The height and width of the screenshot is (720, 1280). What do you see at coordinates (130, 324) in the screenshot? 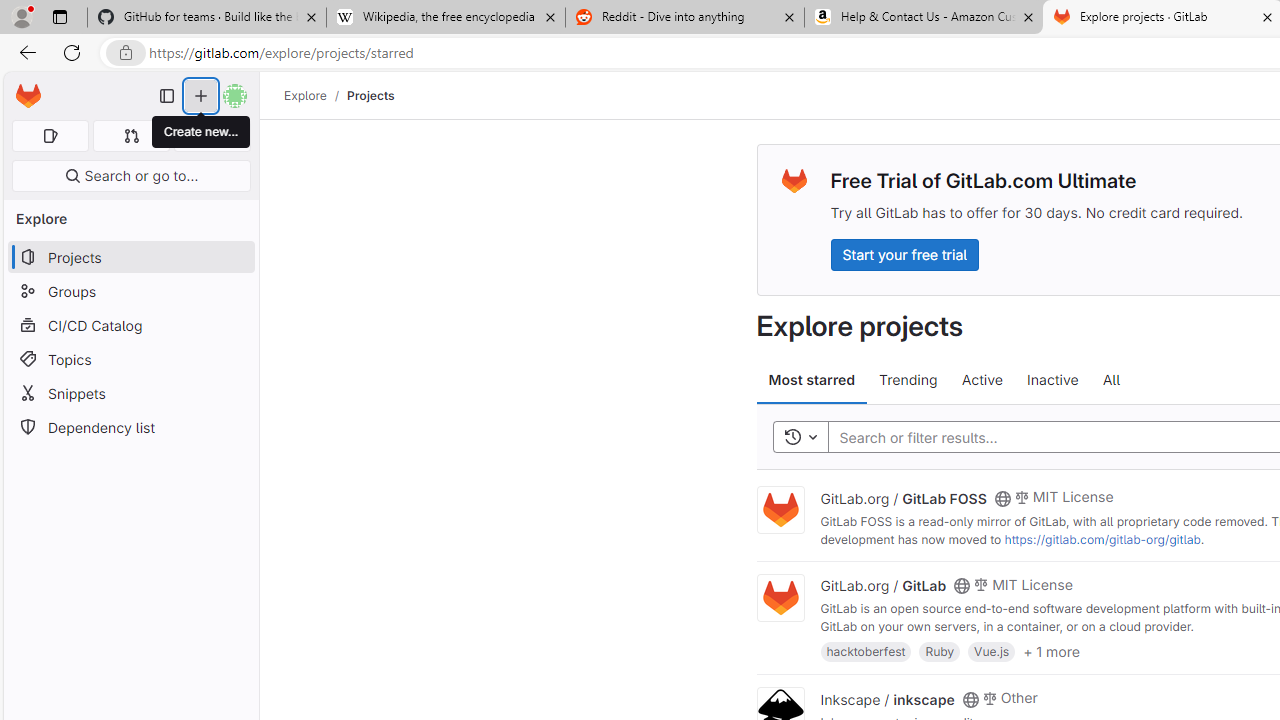
I see `'CI/CD Catalog'` at bounding box center [130, 324].